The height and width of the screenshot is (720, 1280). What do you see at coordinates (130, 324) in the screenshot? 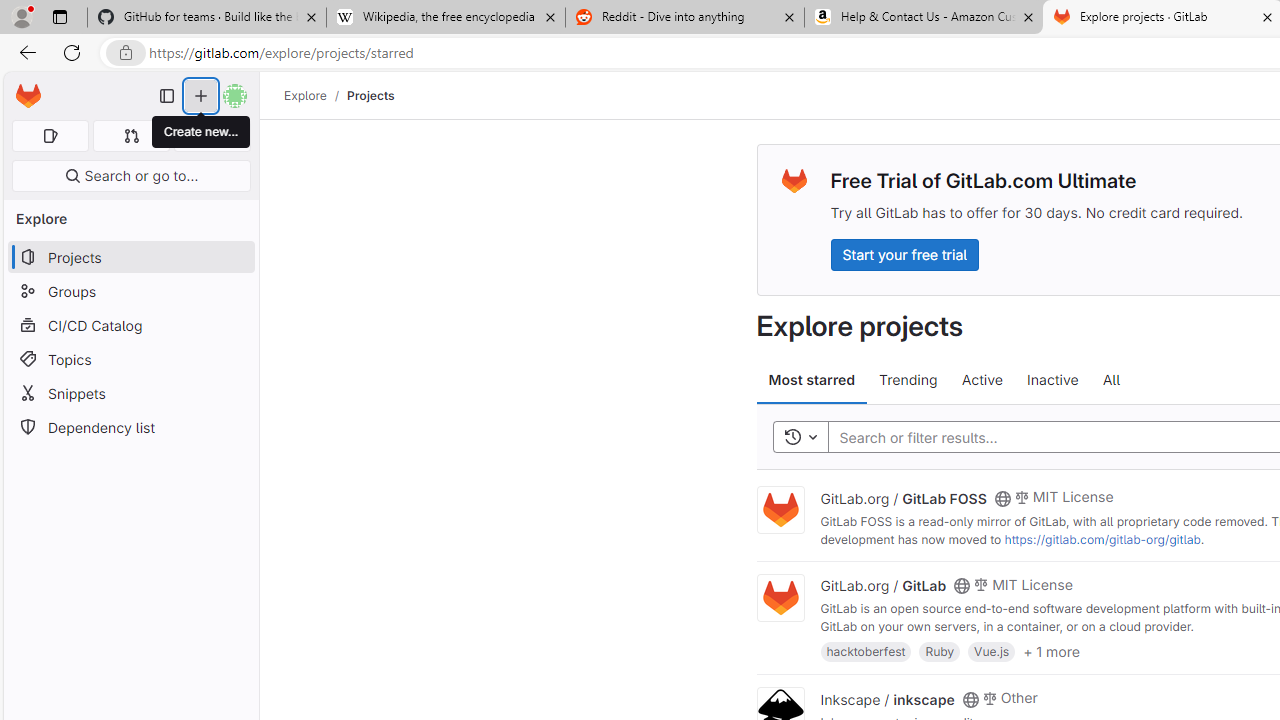
I see `'CI/CD Catalog'` at bounding box center [130, 324].